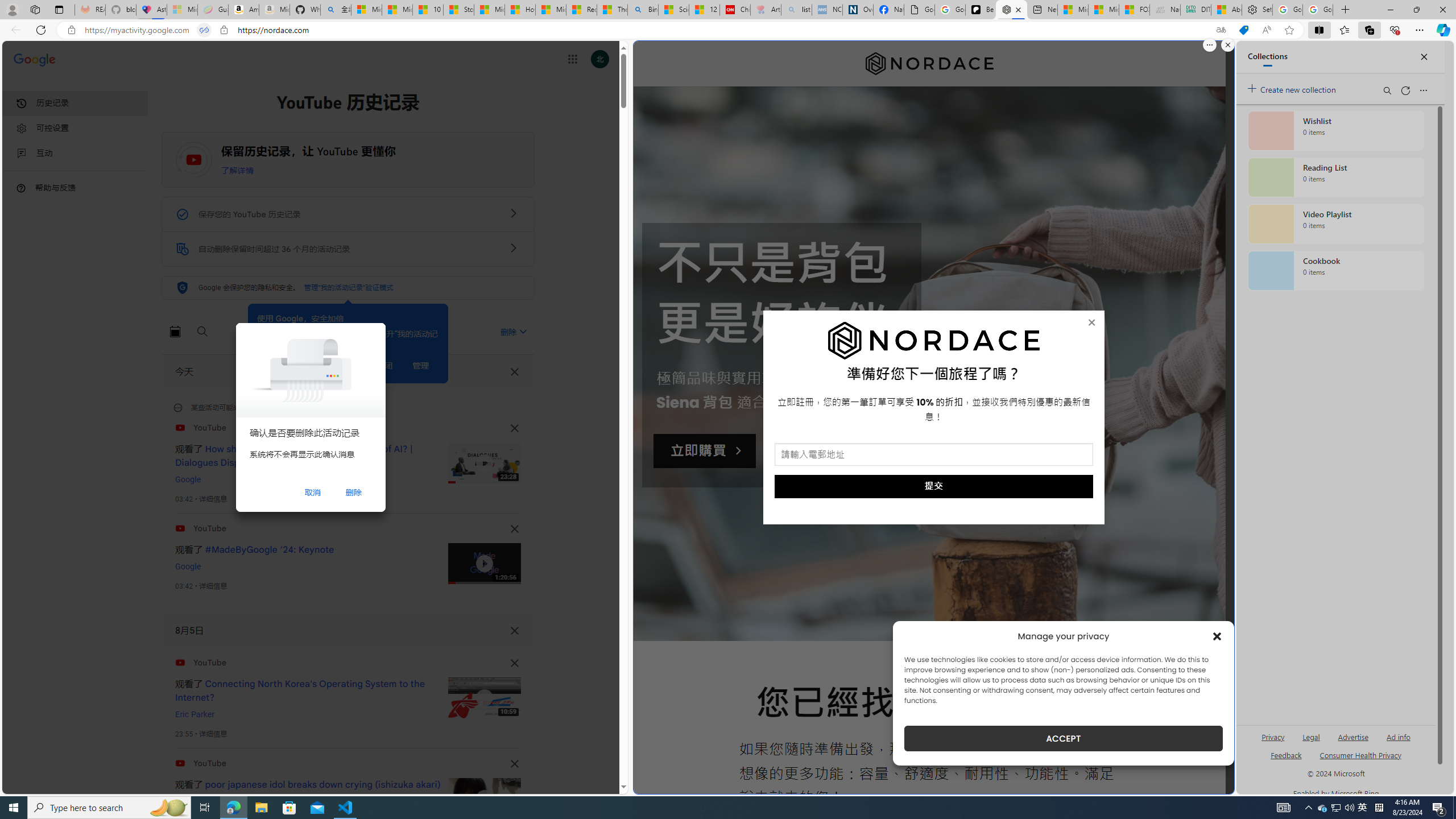 The height and width of the screenshot is (819, 1456). Describe the element at coordinates (1064, 738) in the screenshot. I see `'ACCEPT'` at that location.